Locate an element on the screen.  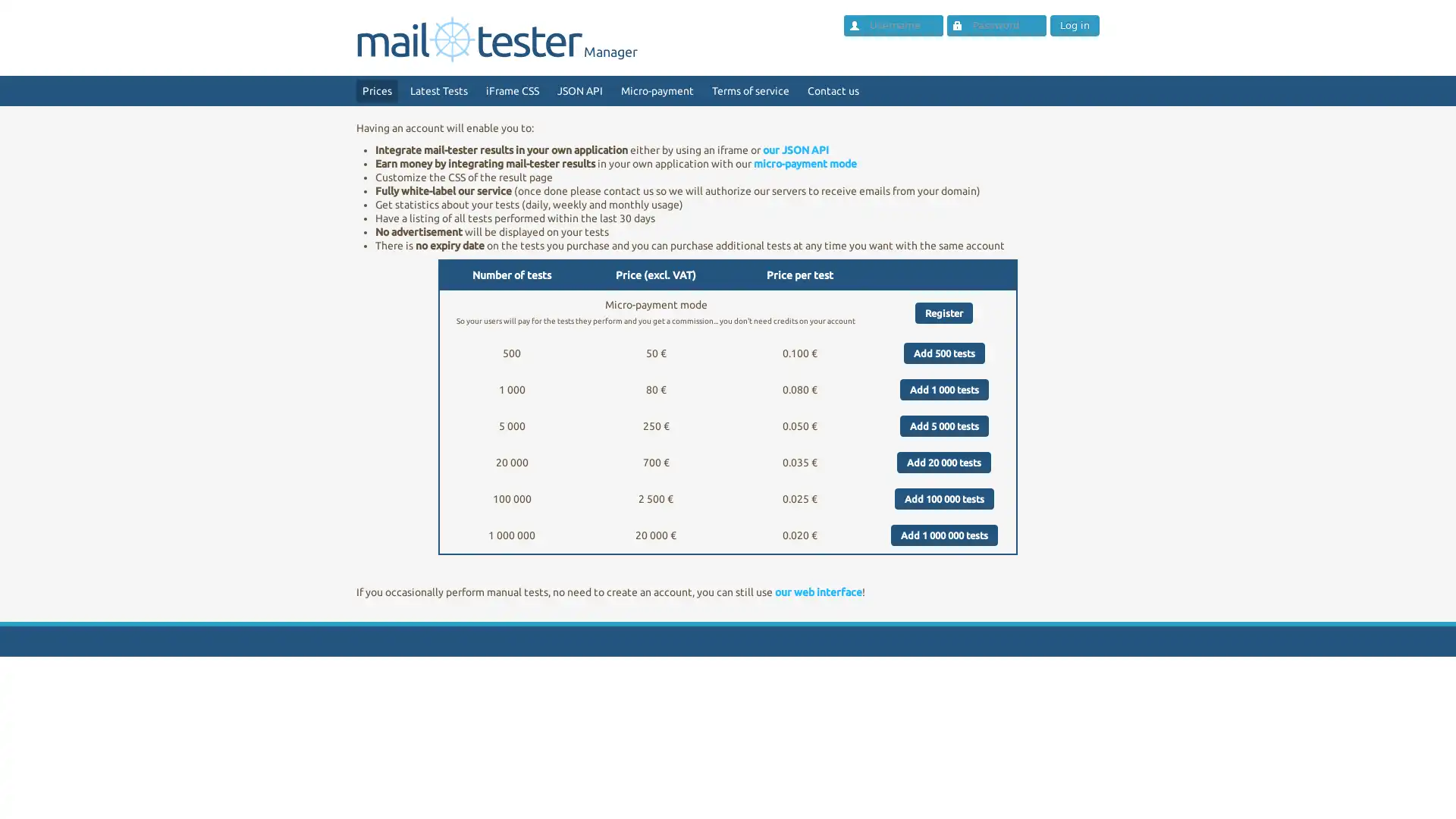
Log in is located at coordinates (1073, 26).